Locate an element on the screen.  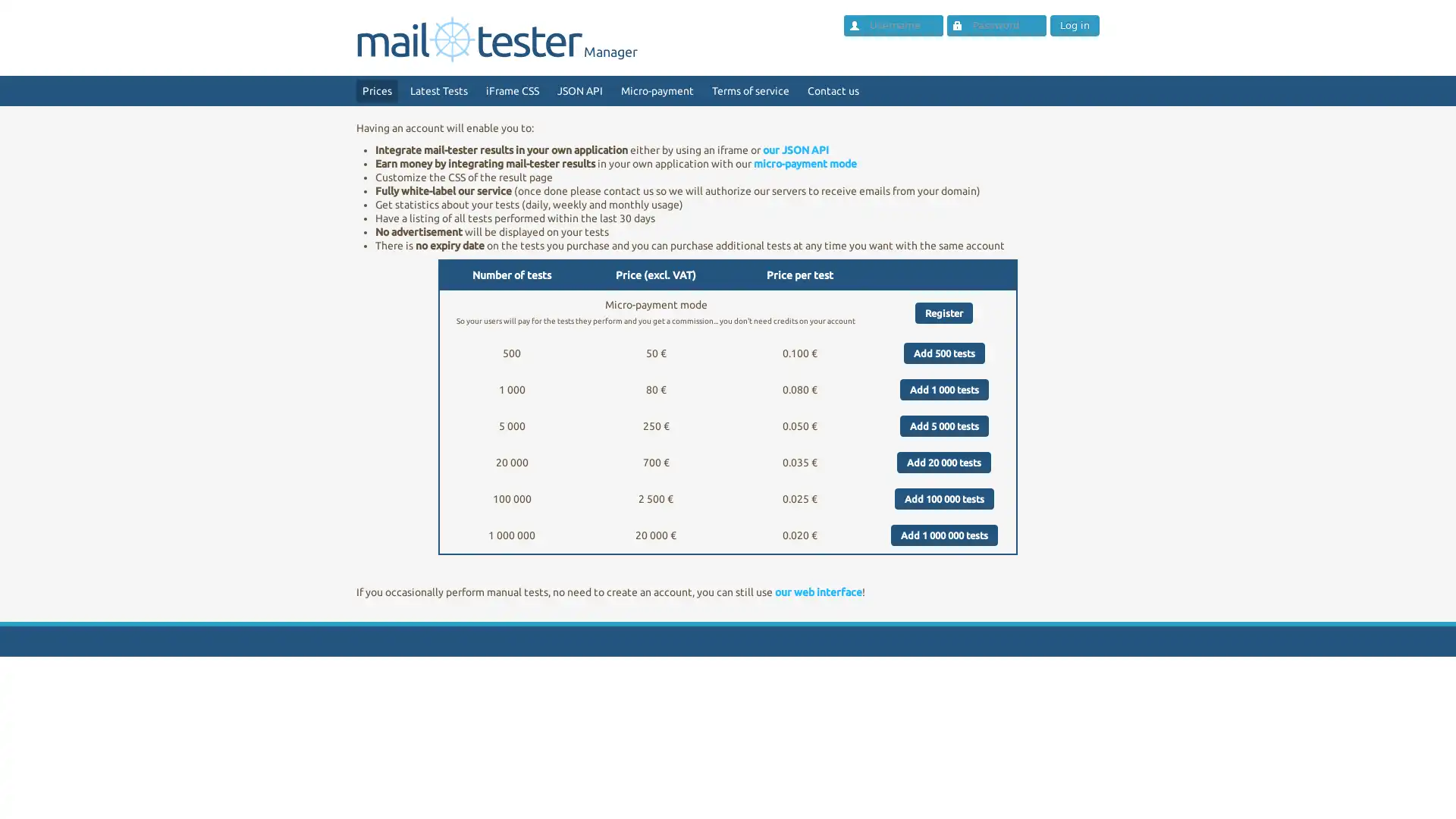
Log in is located at coordinates (1073, 26).